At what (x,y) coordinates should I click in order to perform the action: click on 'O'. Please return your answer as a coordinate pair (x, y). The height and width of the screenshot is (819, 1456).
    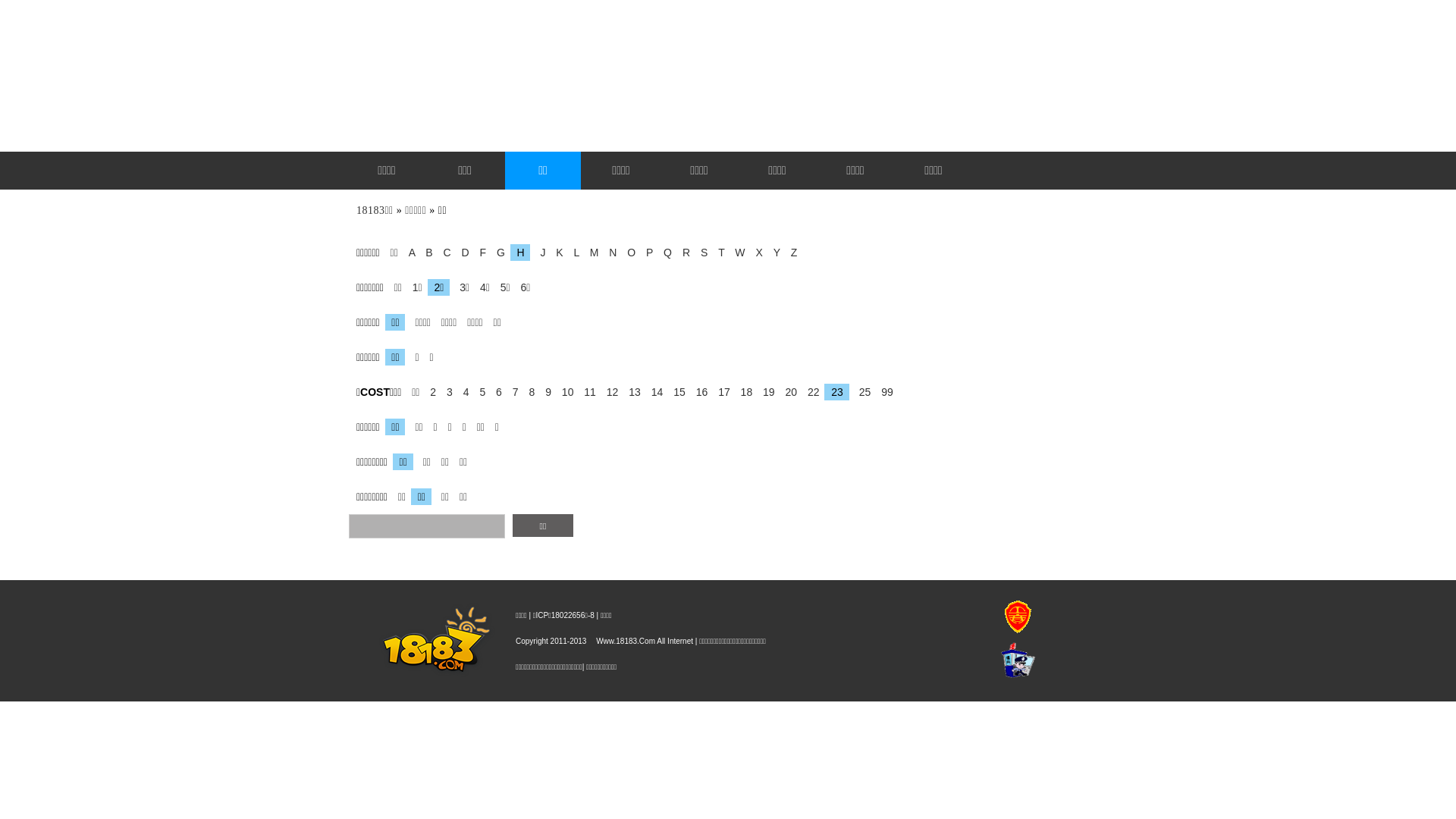
    Looking at the image, I should click on (627, 251).